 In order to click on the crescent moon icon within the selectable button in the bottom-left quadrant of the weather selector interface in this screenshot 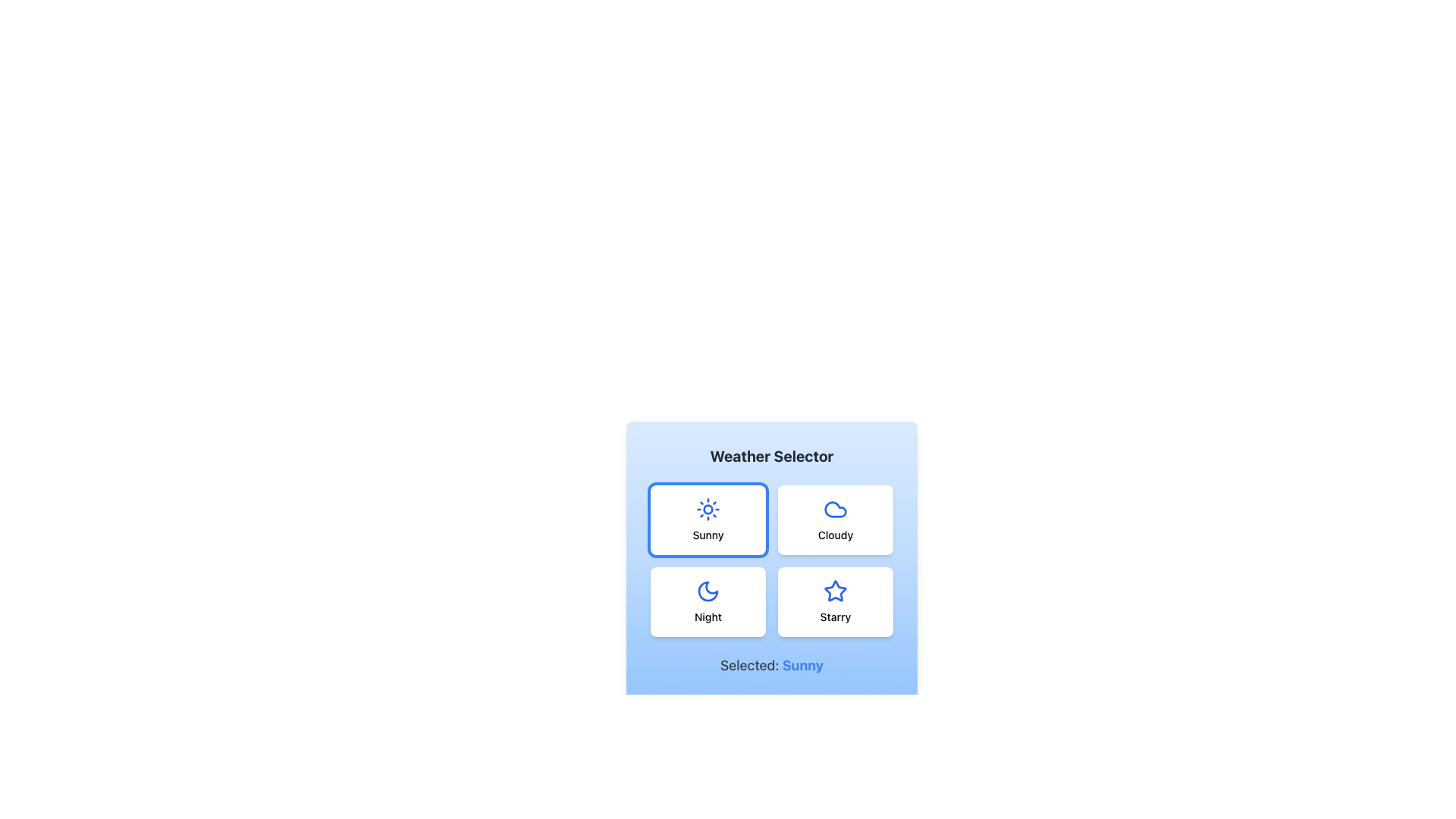, I will do `click(708, 590)`.